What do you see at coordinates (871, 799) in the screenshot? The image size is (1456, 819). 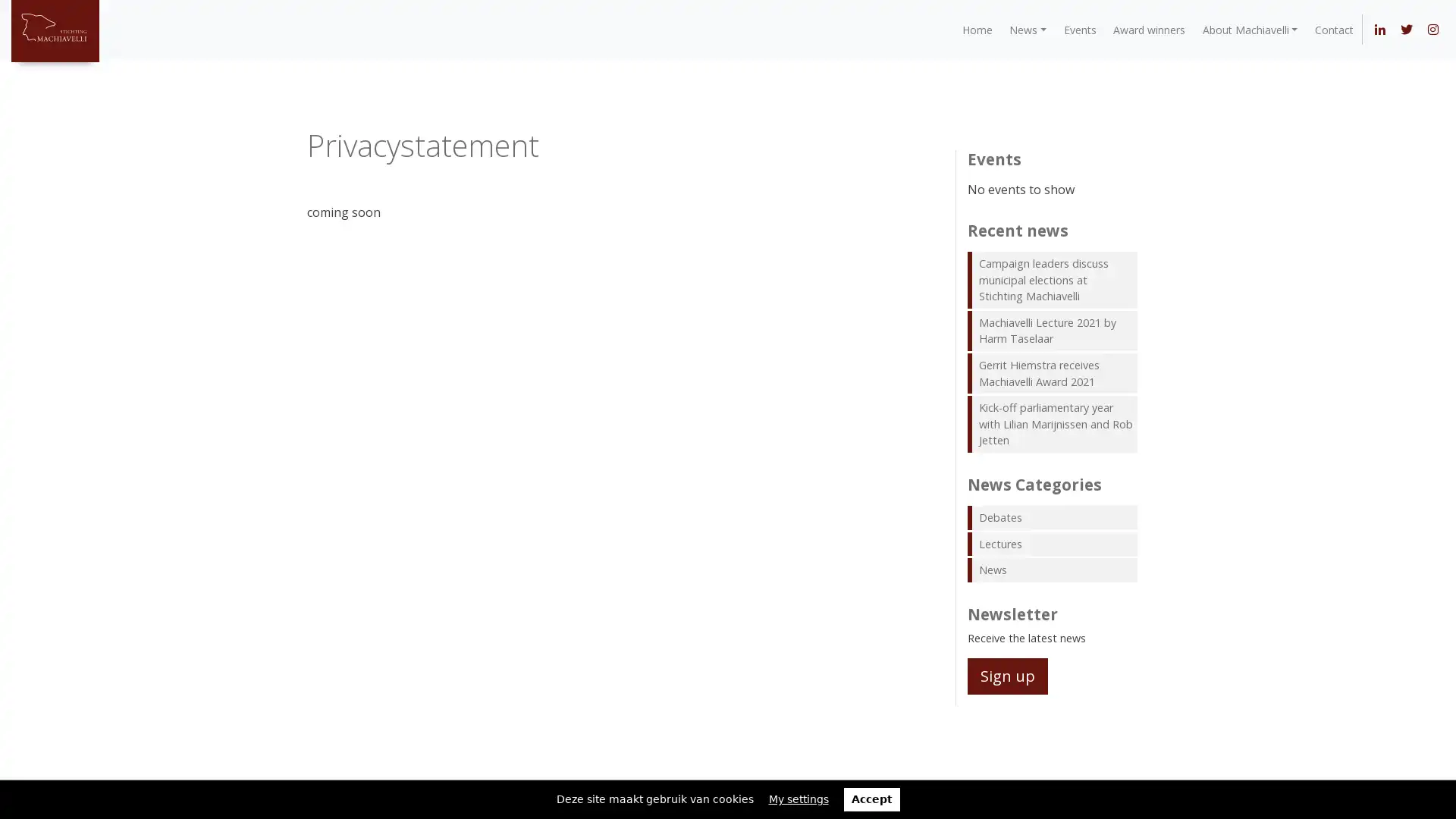 I see `Accept` at bounding box center [871, 799].